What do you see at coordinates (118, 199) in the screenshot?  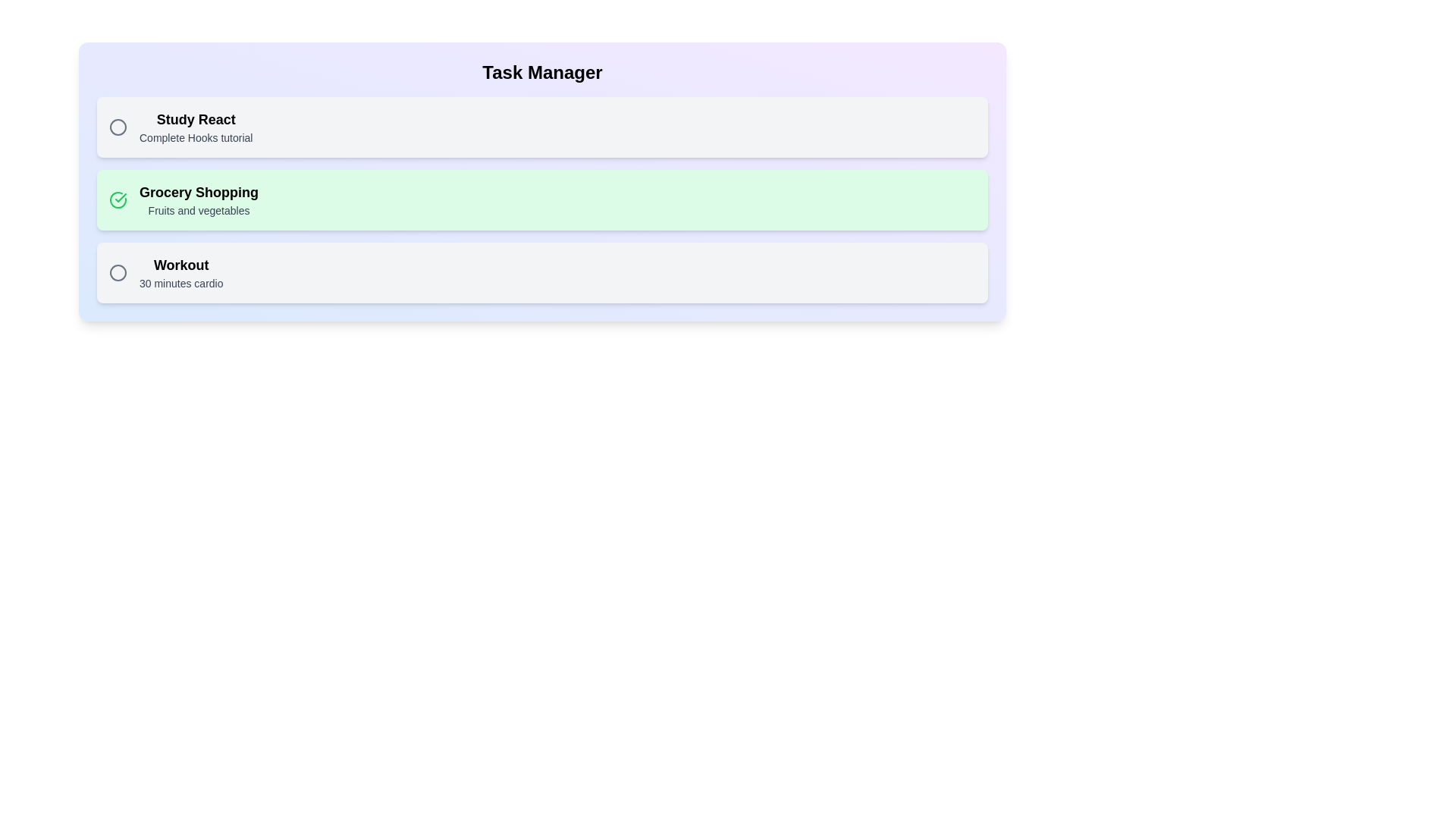 I see `the Icon Button indicating task completion in the 'Task Manager', located at the left edge of the 'Grocery Shopping' section` at bounding box center [118, 199].